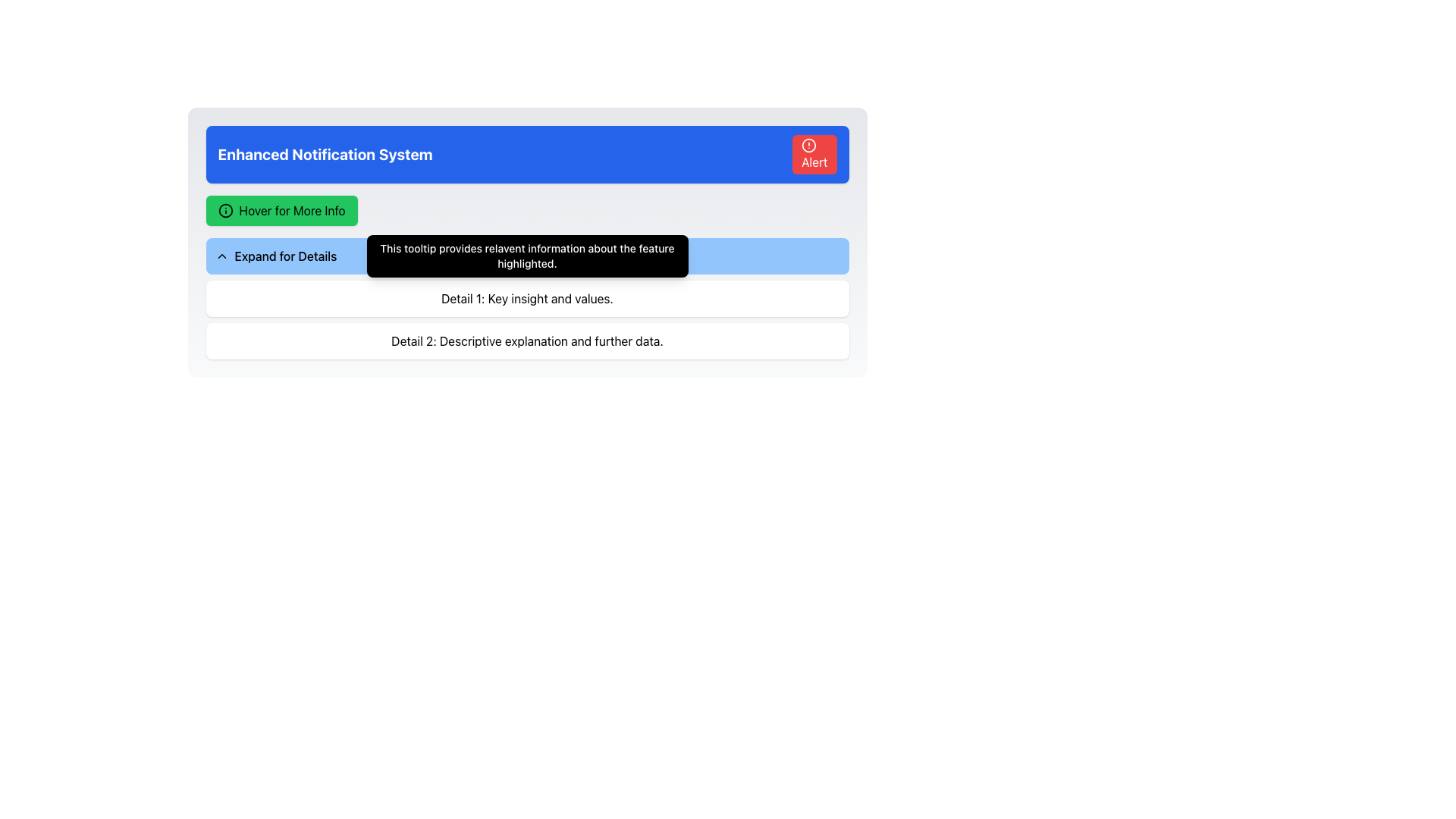 The width and height of the screenshot is (1456, 819). I want to click on the tooltip that appears below the 'Hover for More Info' button, so click(527, 210).